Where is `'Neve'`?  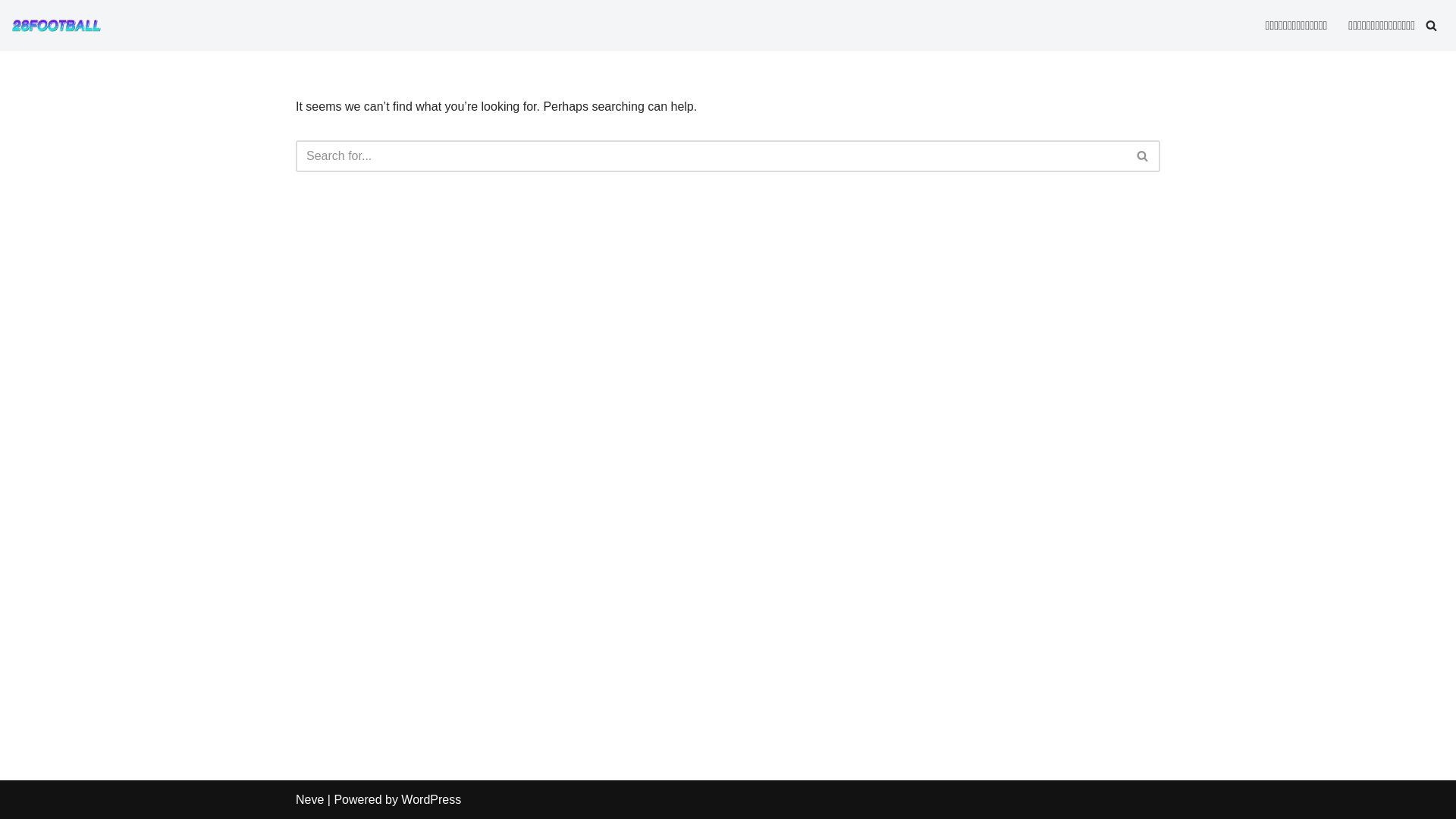 'Neve' is located at coordinates (309, 799).